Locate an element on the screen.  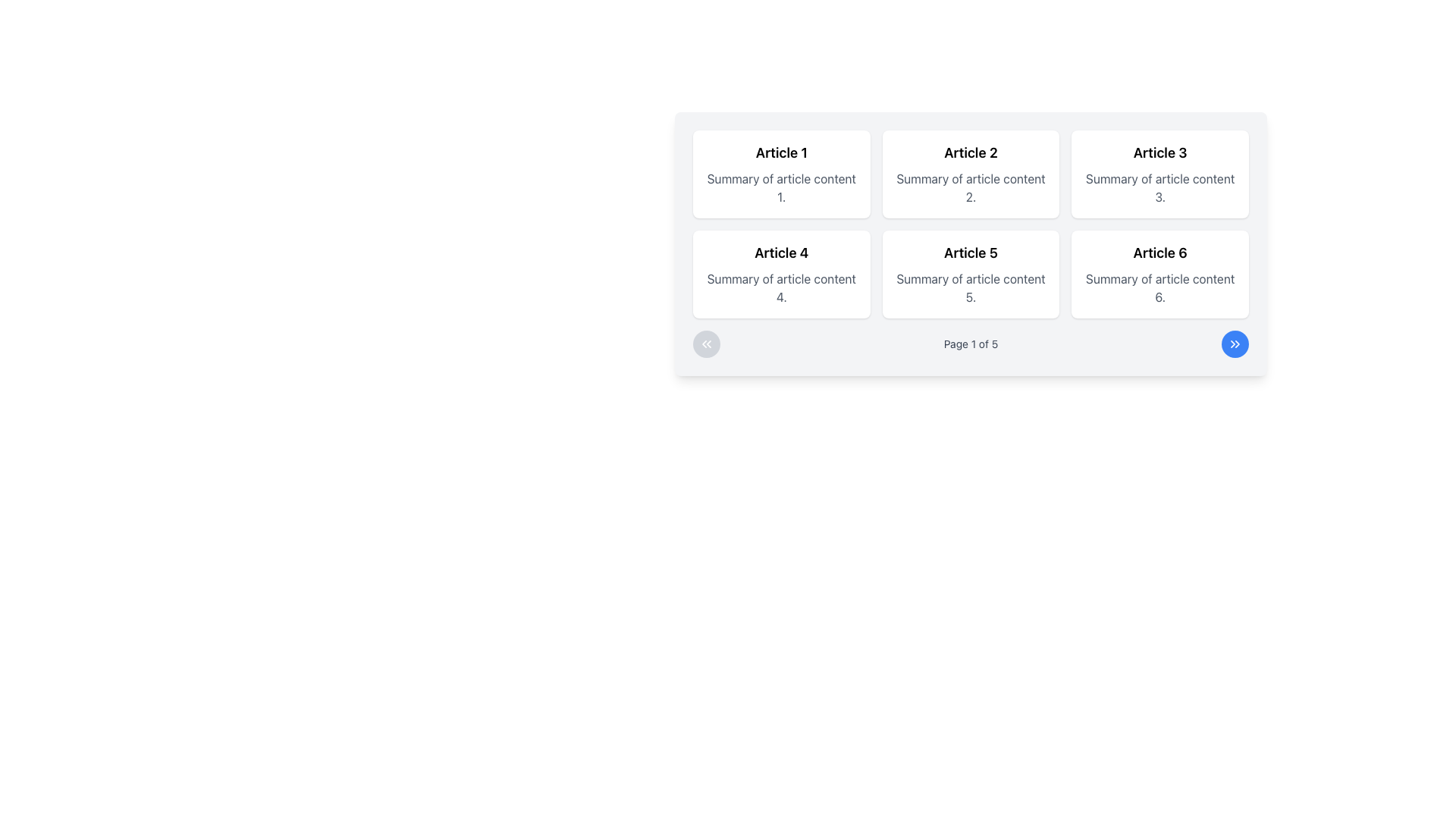
the summary description text for the article titled 'Article 3', which is located within the third card in the top row of a grid layout, directly below the heading 'Article 3' is located at coordinates (1159, 187).